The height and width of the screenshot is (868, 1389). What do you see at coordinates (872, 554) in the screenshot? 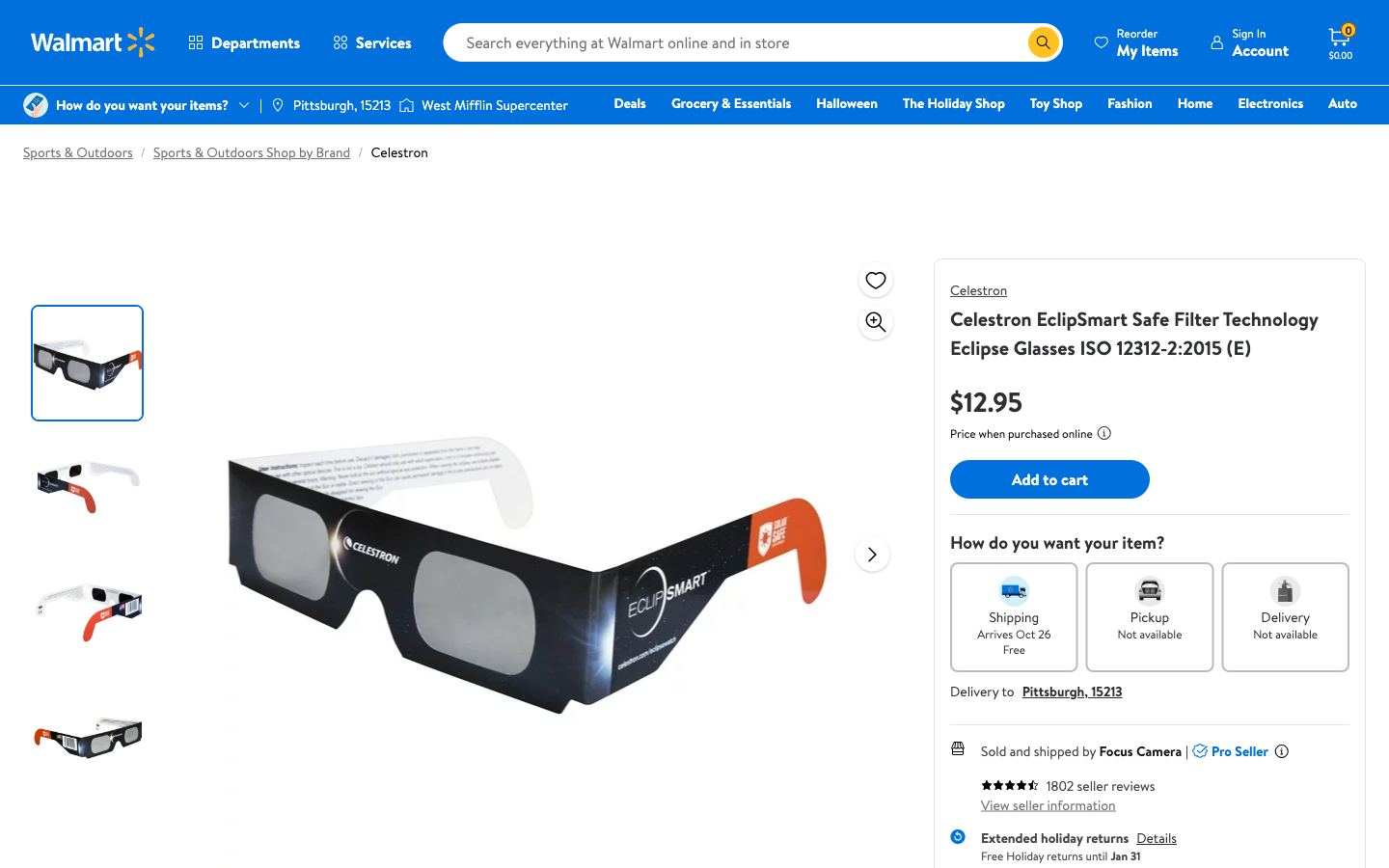
I see `Navigate through different product visuals` at bounding box center [872, 554].